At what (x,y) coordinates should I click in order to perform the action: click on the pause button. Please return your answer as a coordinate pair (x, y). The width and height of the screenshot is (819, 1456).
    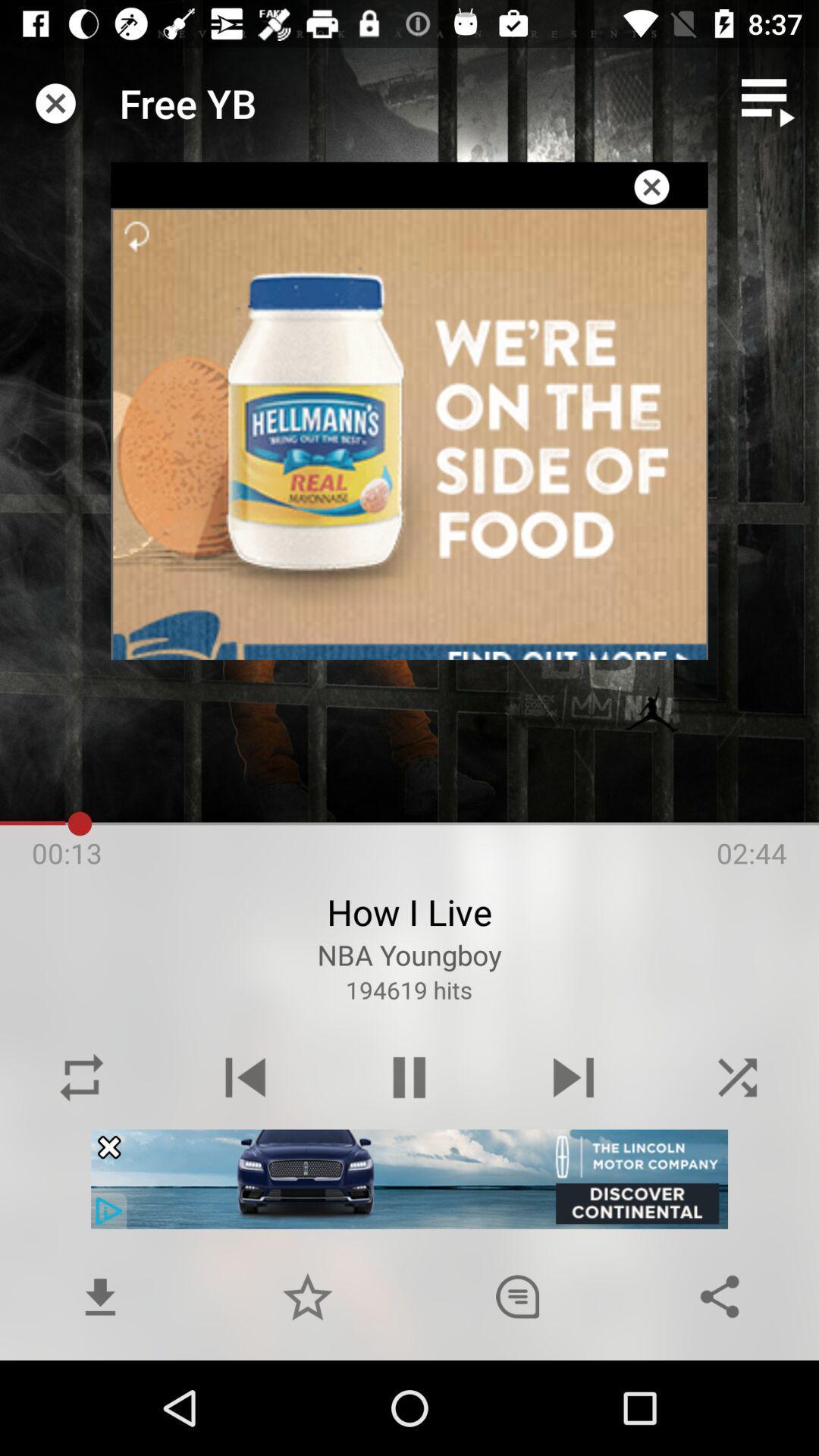
    Looking at the image, I should click on (409, 1076).